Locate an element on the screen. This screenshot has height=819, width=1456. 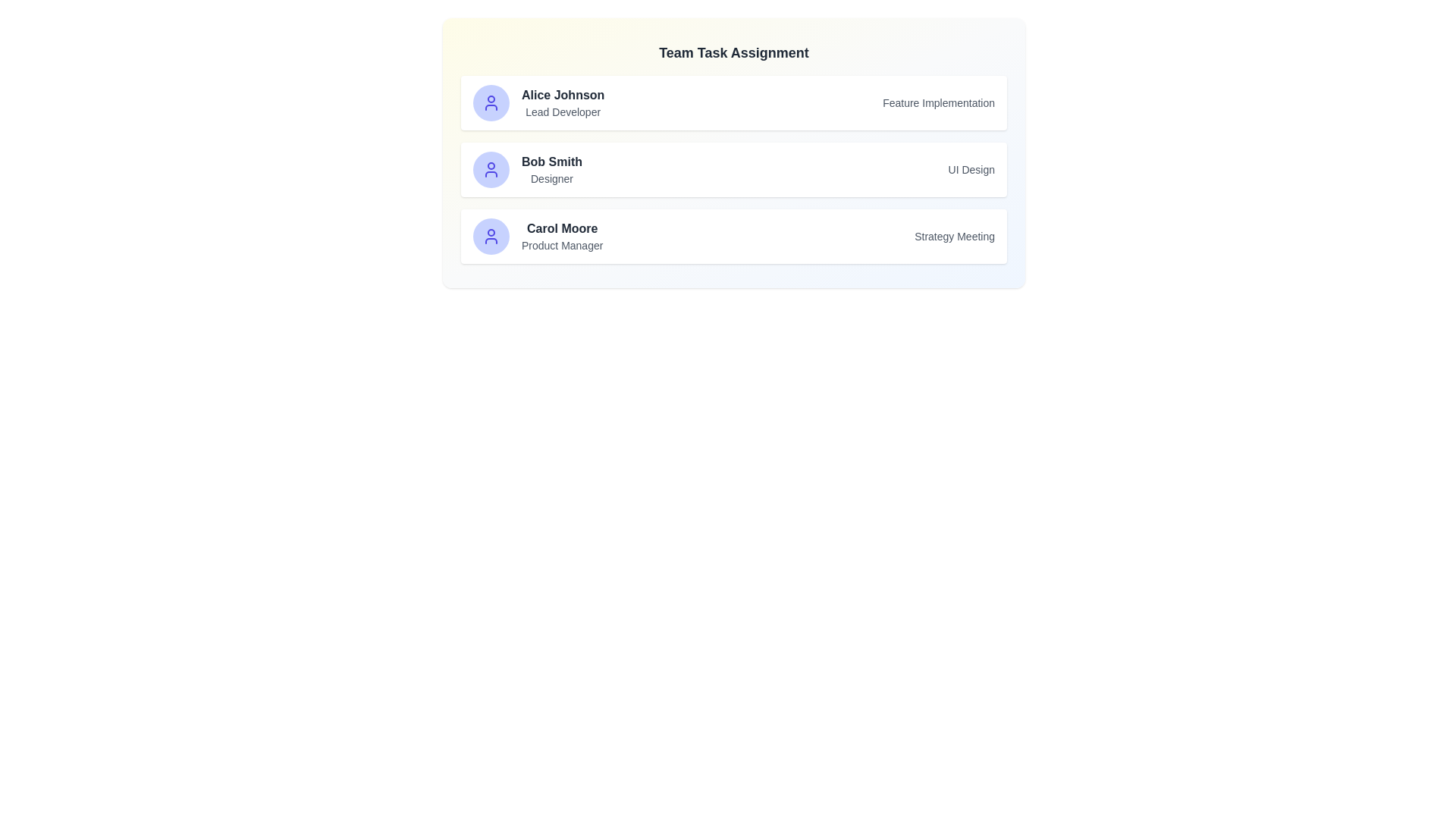
the user profile icon for 'Bob Smith' located in the second row of the 'Team Task Assignment' list is located at coordinates (491, 169).